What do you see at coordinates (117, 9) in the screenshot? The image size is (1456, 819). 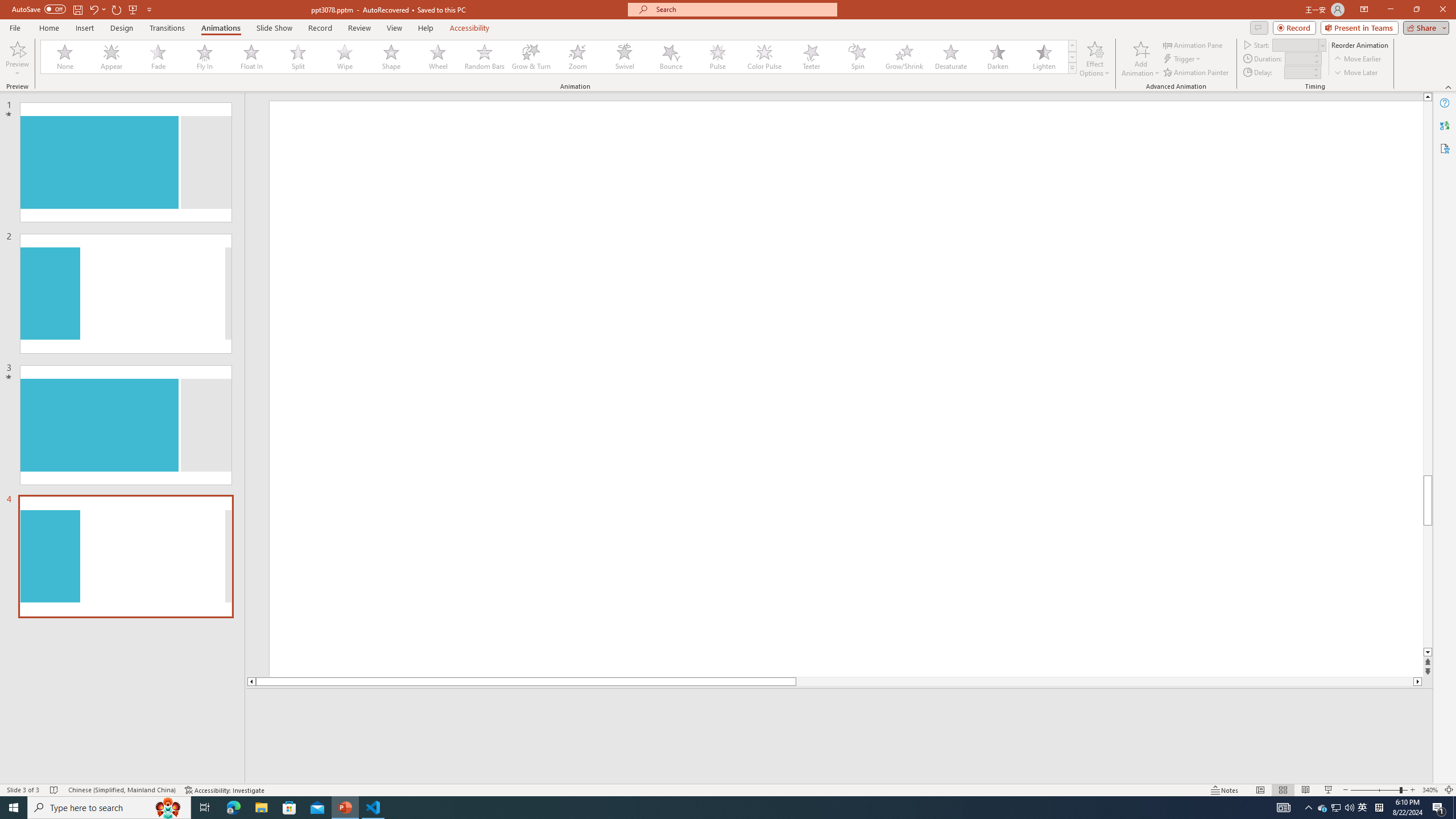 I see `'Redo'` at bounding box center [117, 9].